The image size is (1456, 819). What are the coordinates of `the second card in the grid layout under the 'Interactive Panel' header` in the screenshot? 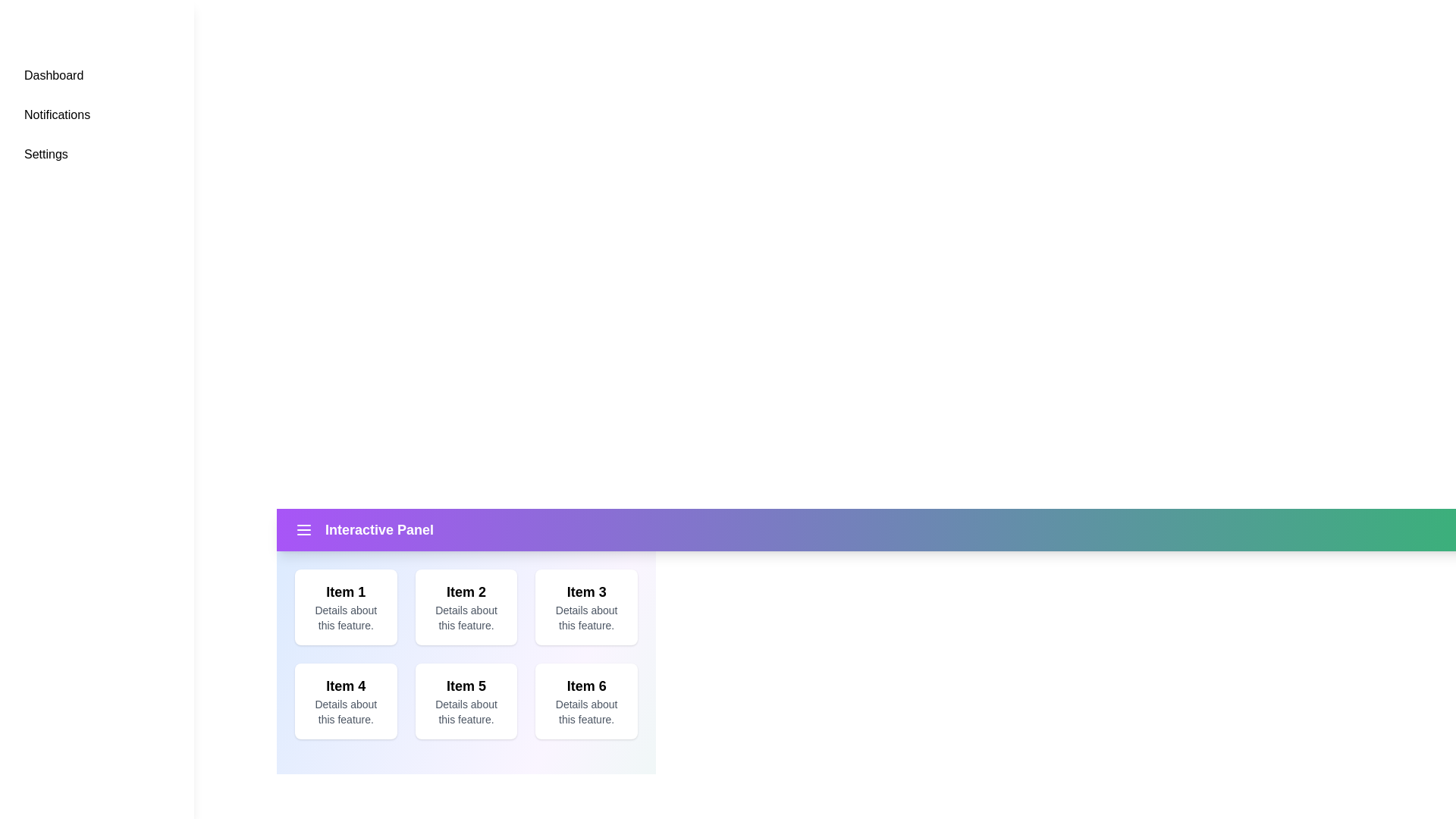 It's located at (465, 632).